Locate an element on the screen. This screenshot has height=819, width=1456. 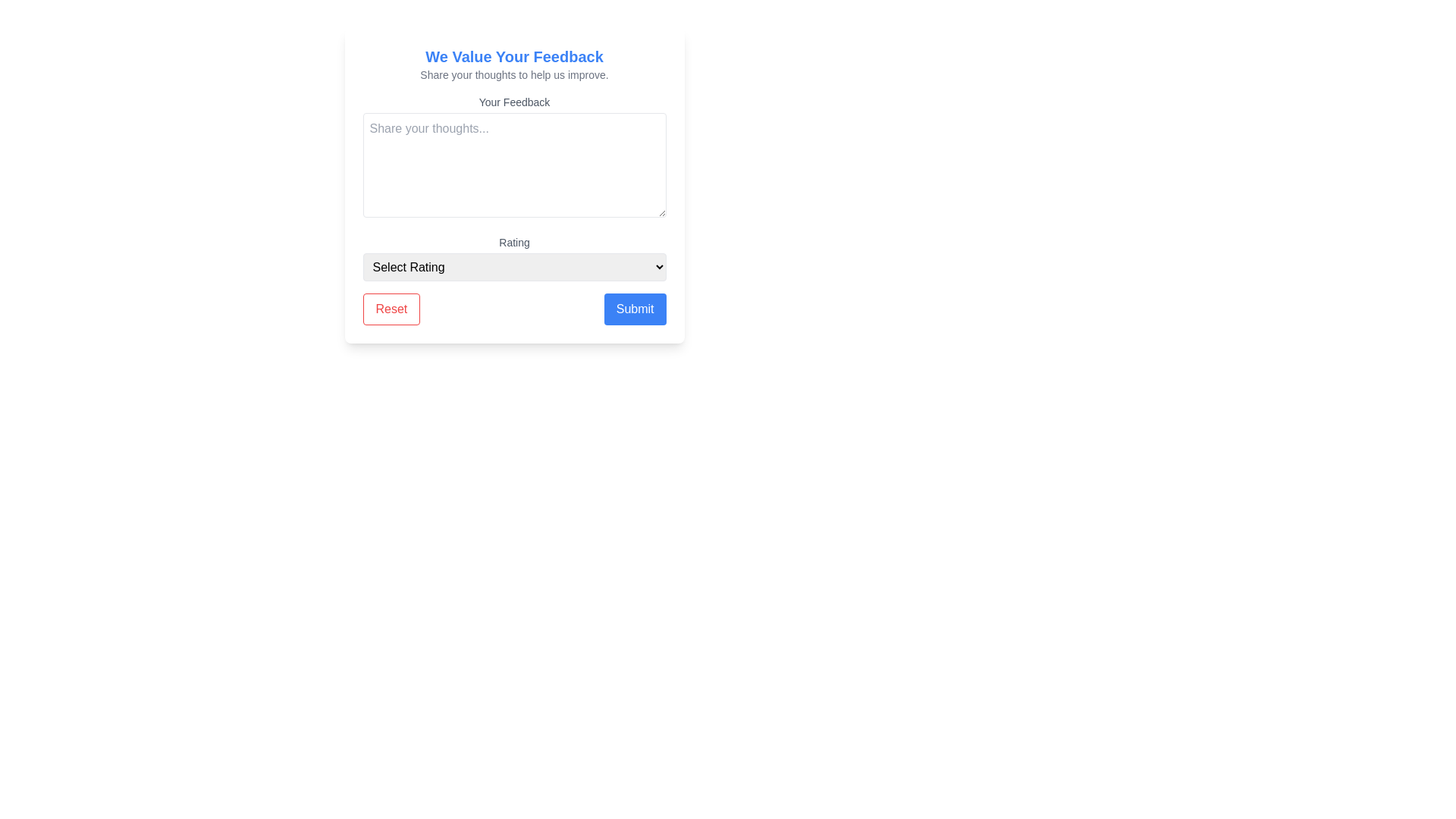
the static text that reads 'Share your thoughts to help us improve.' positioned beneath the heading 'We Value Your Feedback.' is located at coordinates (514, 75).